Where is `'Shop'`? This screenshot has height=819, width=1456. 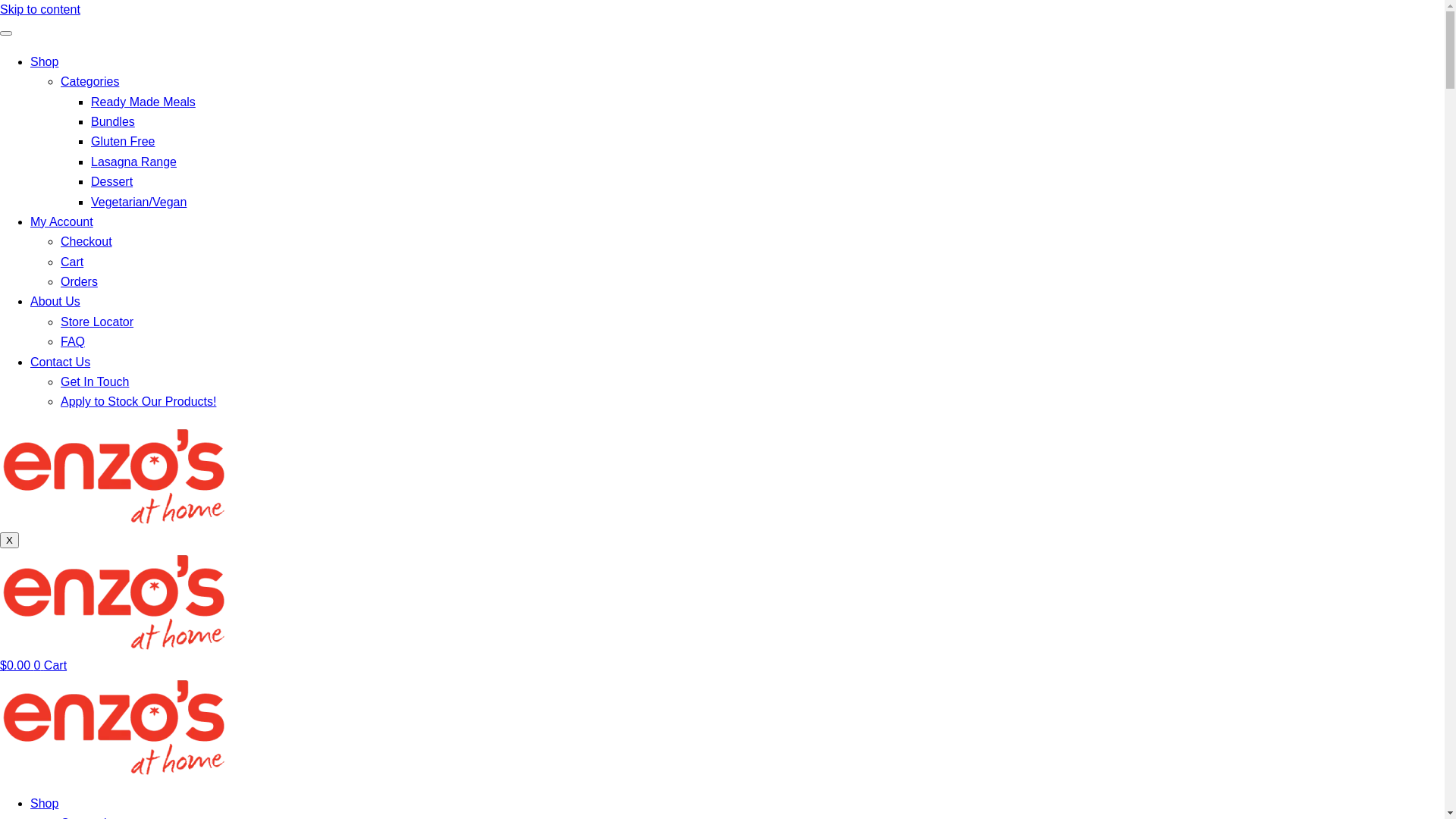
'Shop' is located at coordinates (44, 802).